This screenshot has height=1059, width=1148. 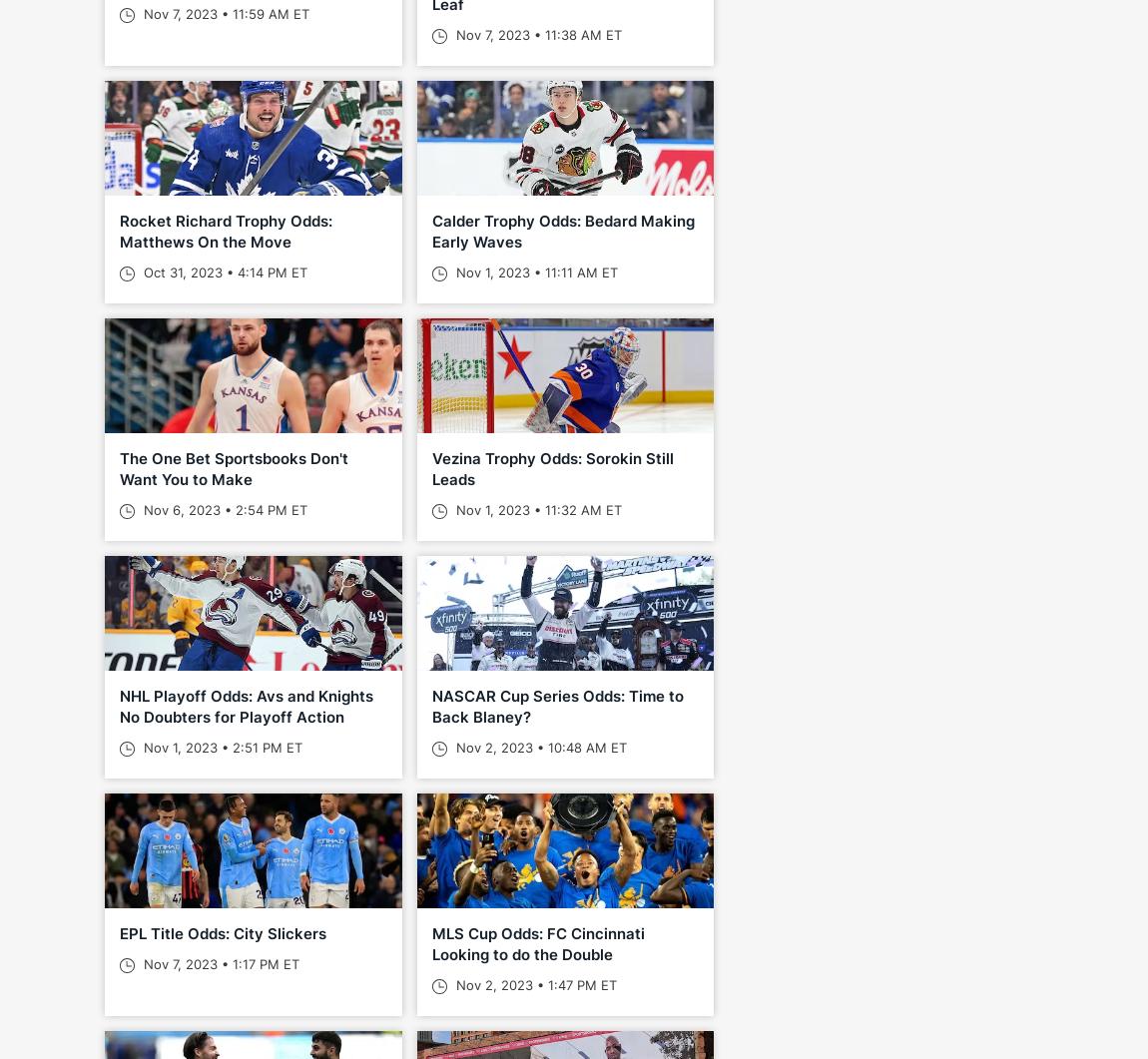 I want to click on 'NASCAR Cup Series Odds: Time to Back Blaney?', so click(x=556, y=707).